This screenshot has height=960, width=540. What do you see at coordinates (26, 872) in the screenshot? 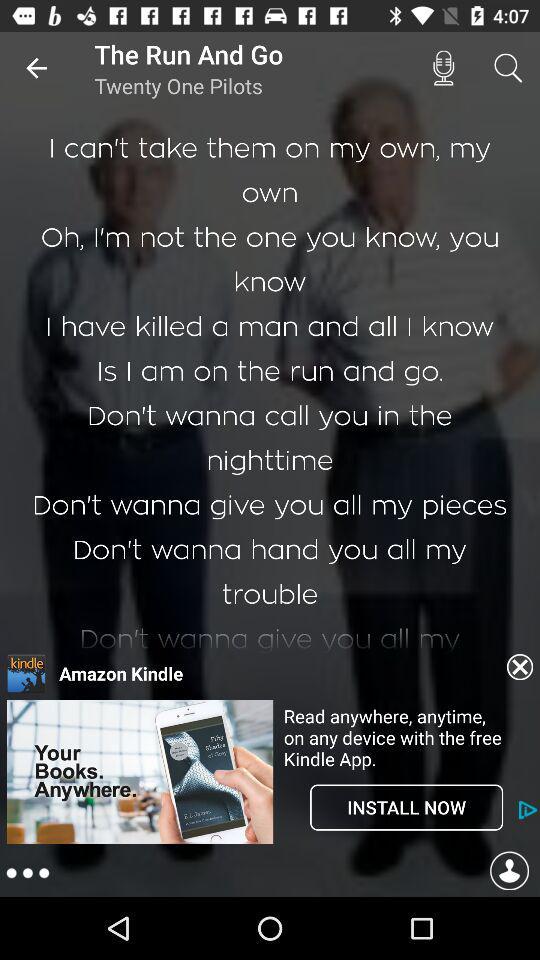
I see `the more icon` at bounding box center [26, 872].